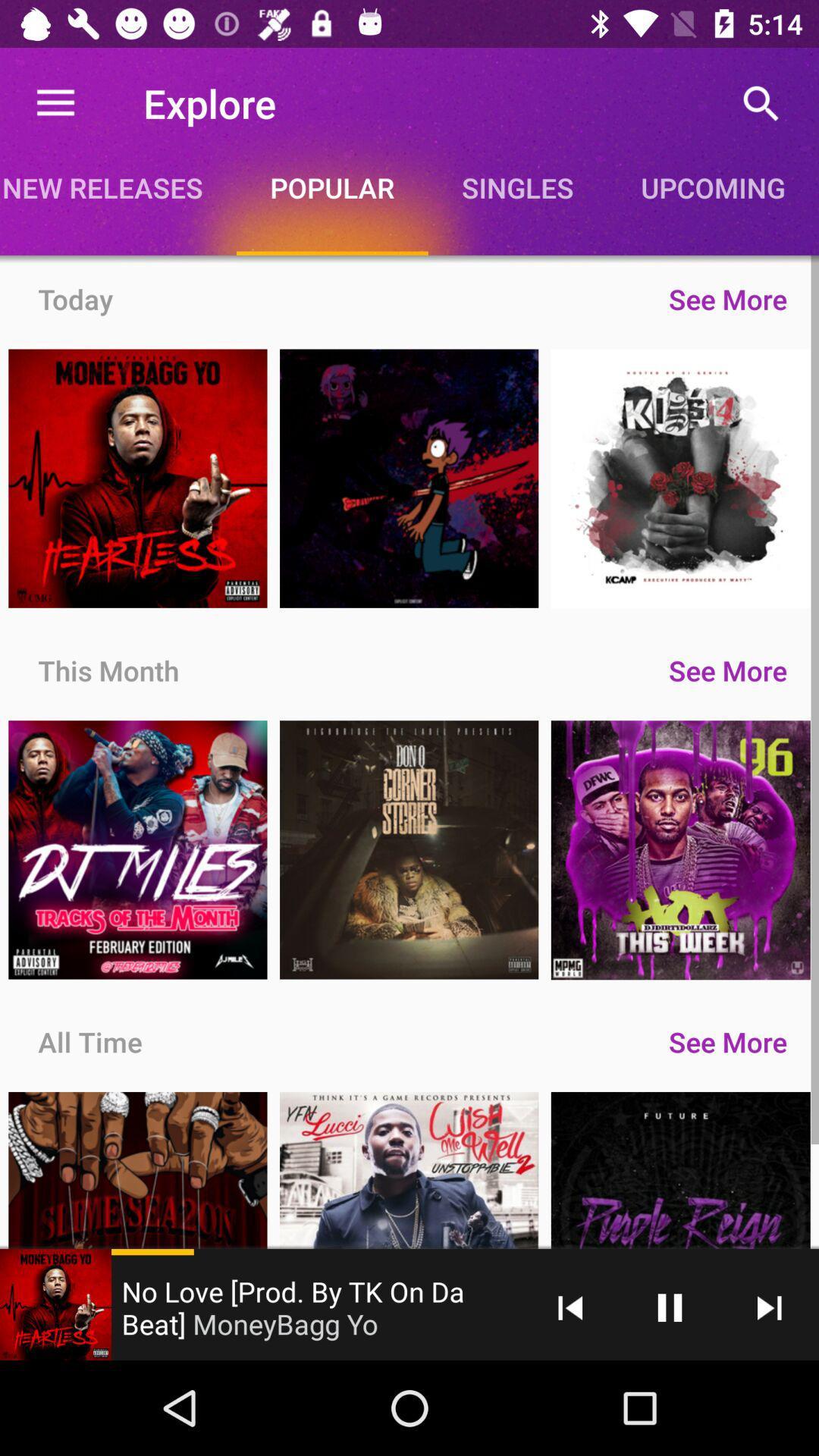  What do you see at coordinates (117, 187) in the screenshot?
I see `new releases icon` at bounding box center [117, 187].